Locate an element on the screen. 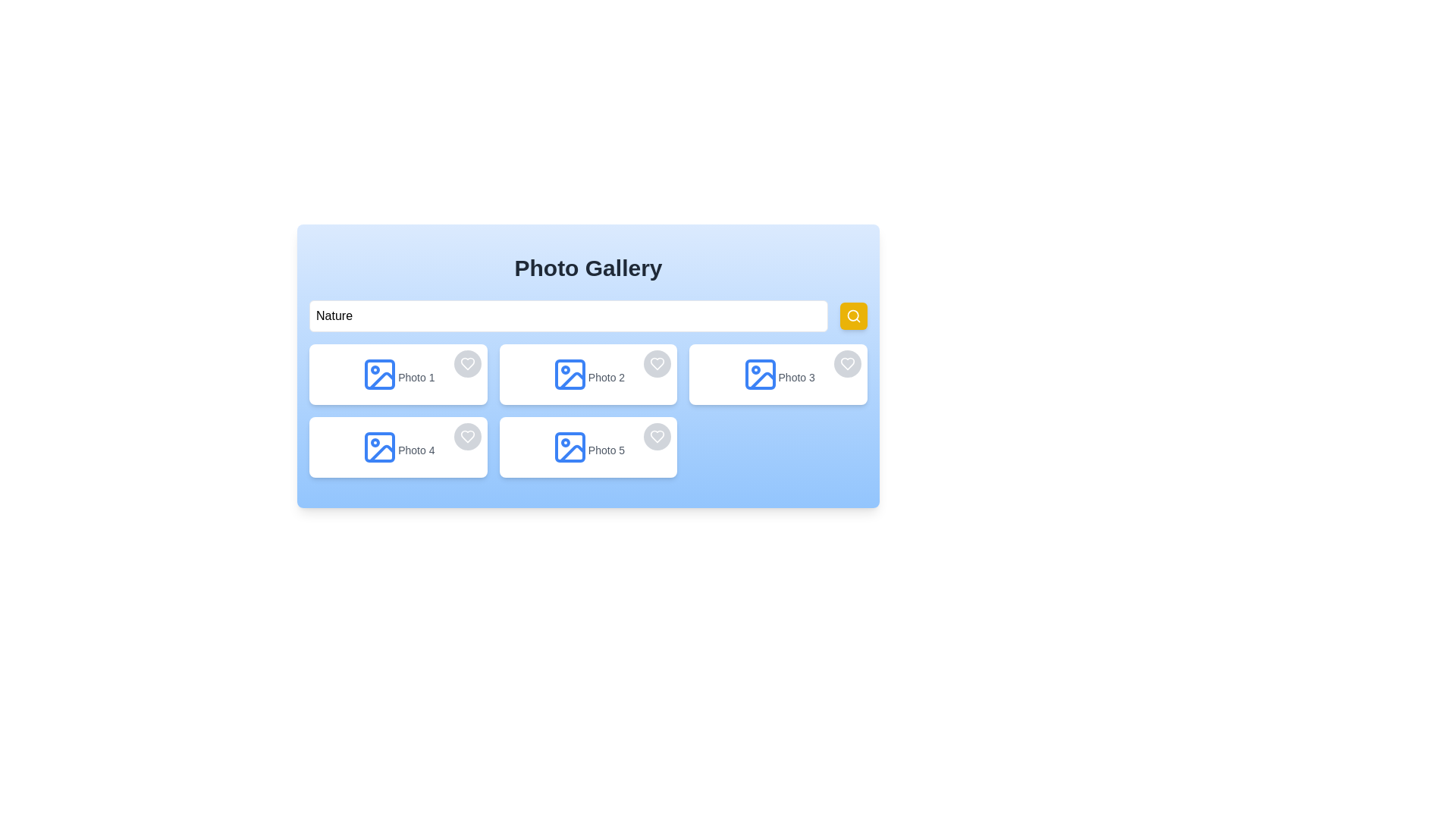  the search button located to the right of the search input field to initiate a search is located at coordinates (854, 315).